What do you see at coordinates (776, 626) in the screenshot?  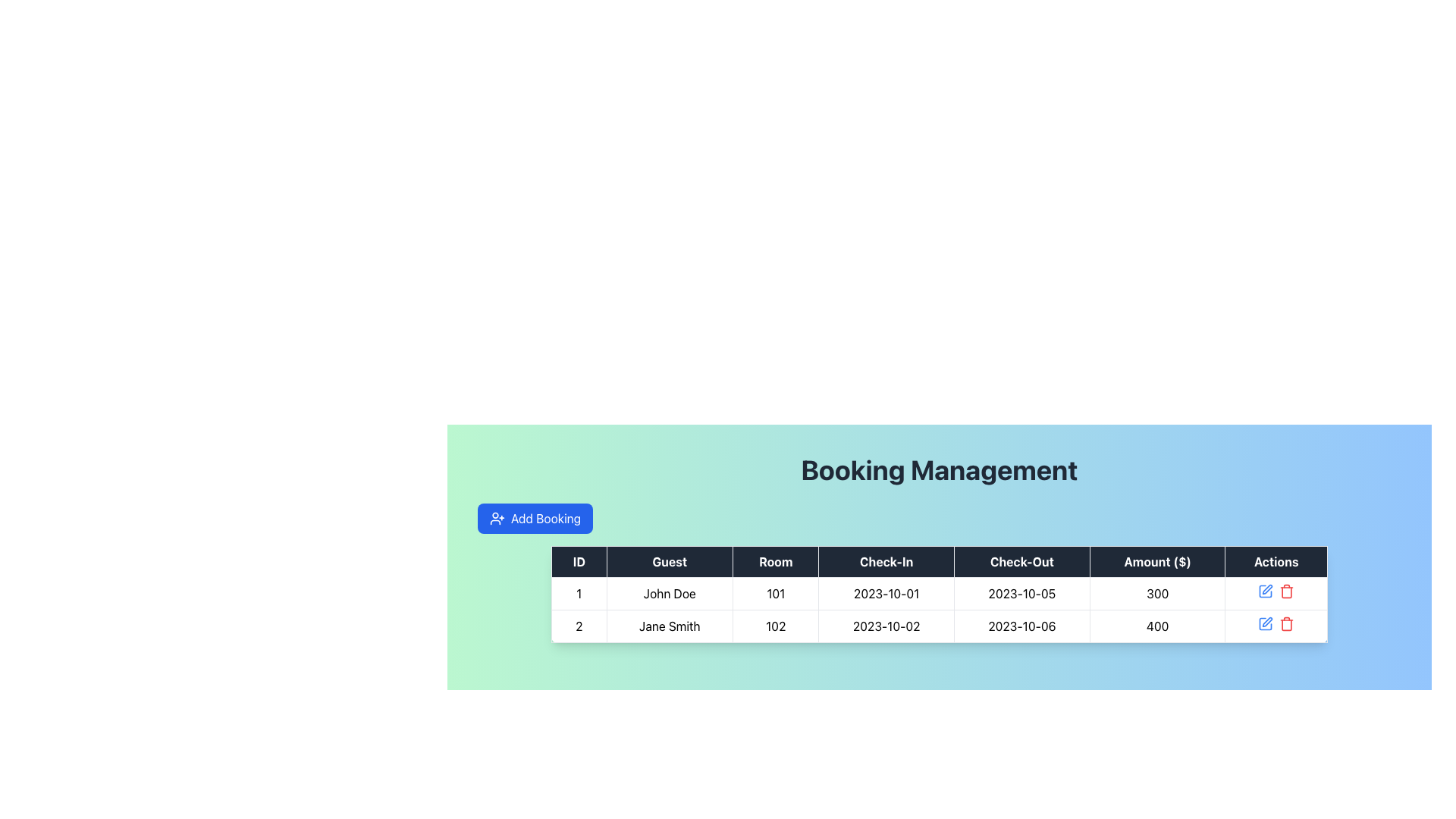 I see `the Static text cell displaying the number '102', which is the third column in the second row of the table, positioned under the 'Room' header and adjacent to the 'Jane Smith' cell` at bounding box center [776, 626].